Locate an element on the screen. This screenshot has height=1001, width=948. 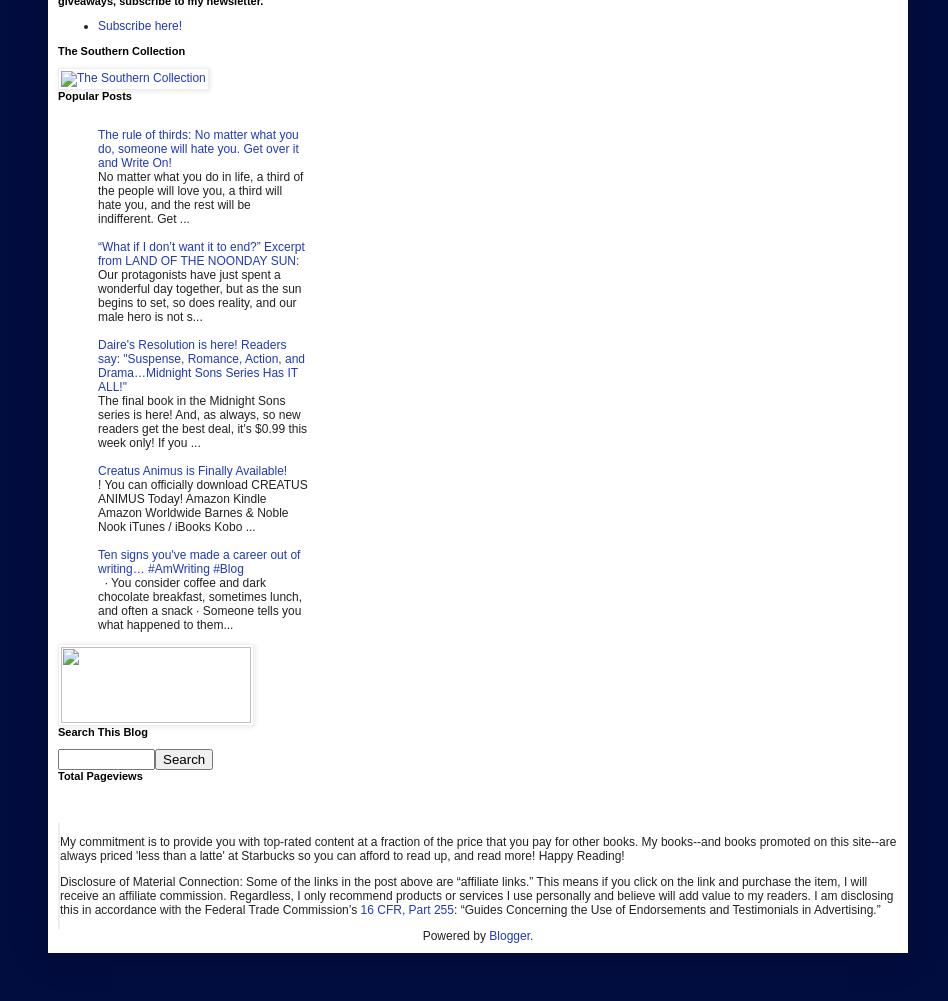
'Blogger' is located at coordinates (509, 935).